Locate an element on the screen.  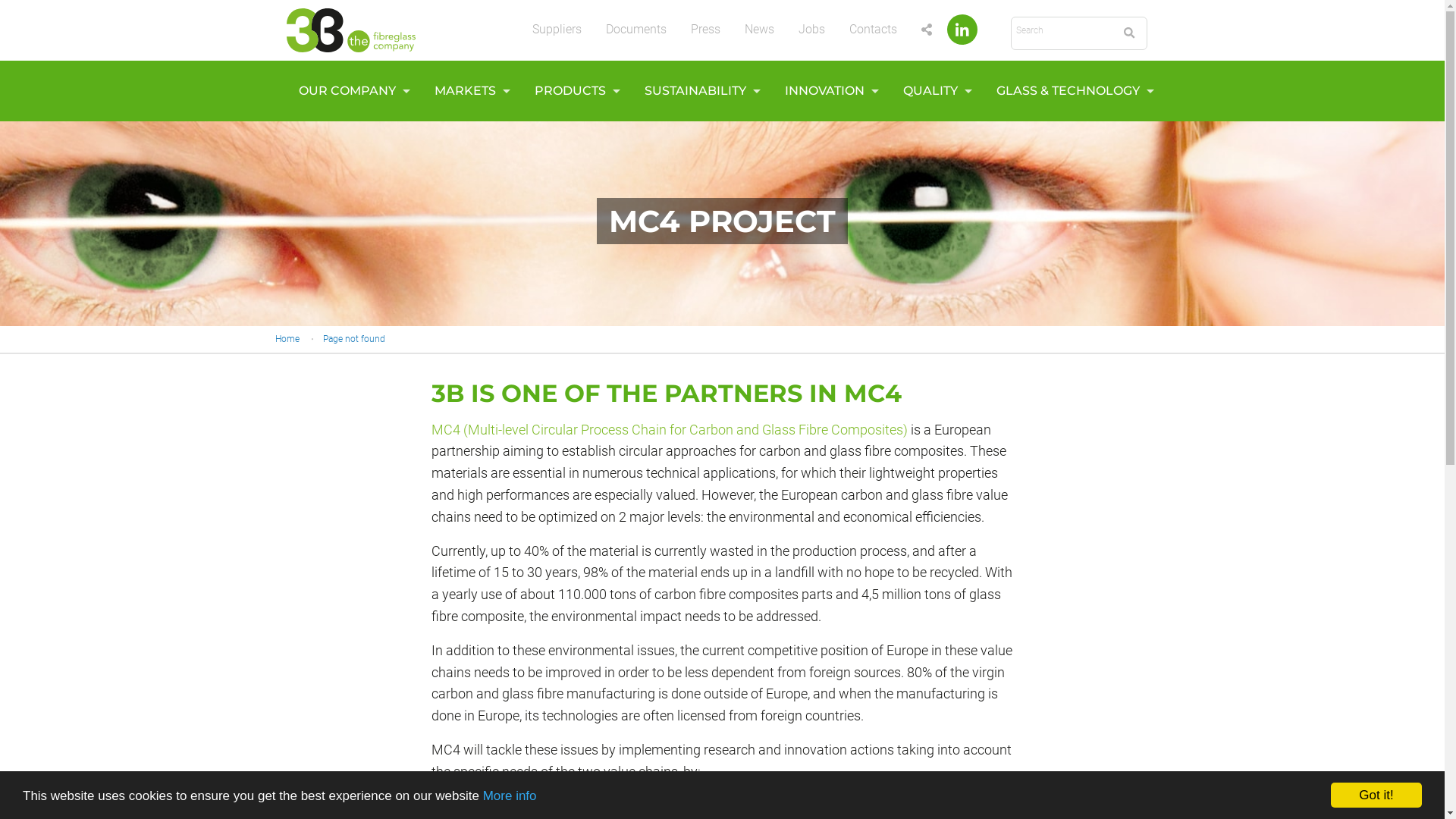
'Suppliers' is located at coordinates (556, 29).